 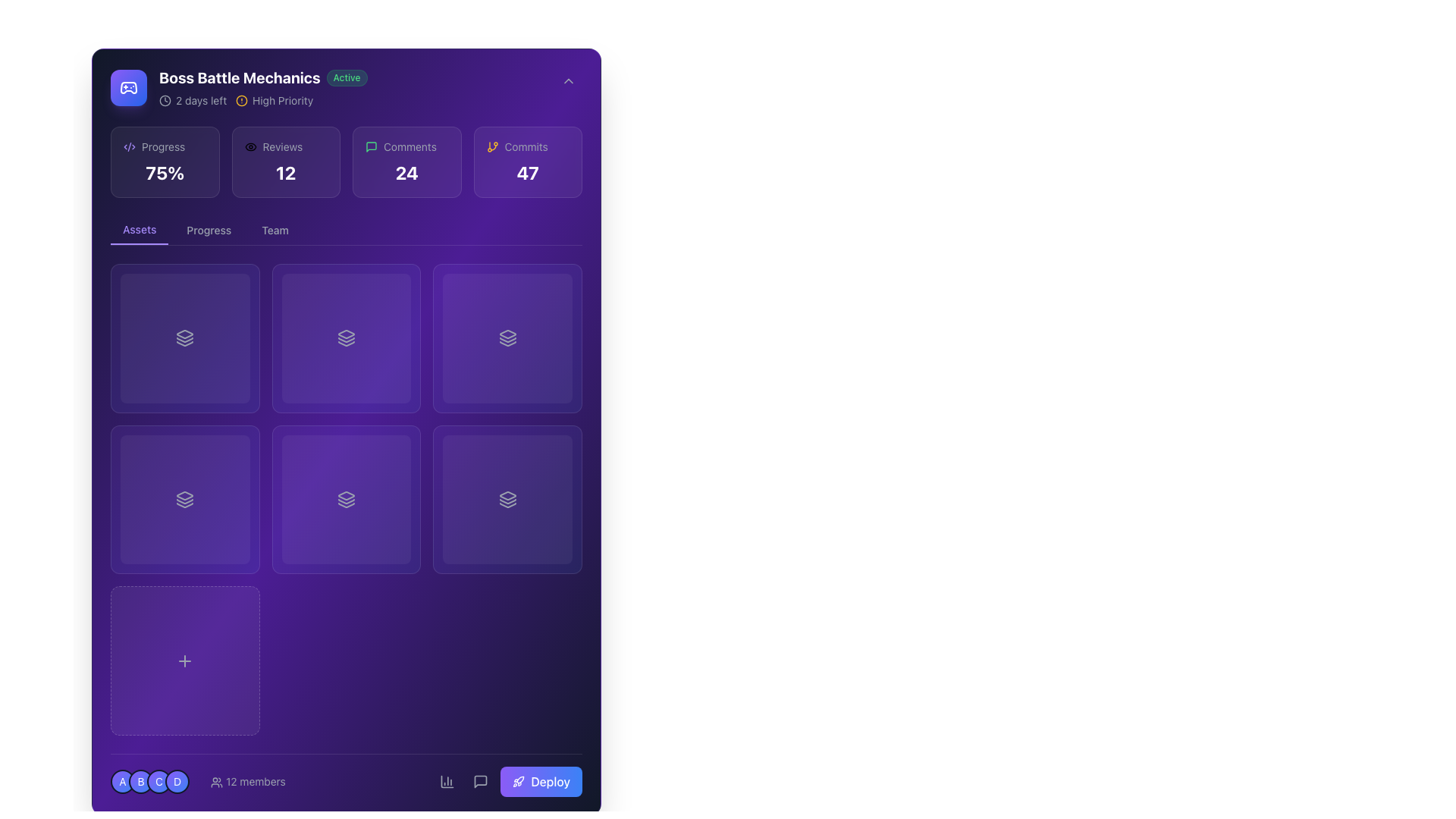 What do you see at coordinates (263, 100) in the screenshot?
I see `the informational display showing '2 days left' and 'High Priority' which includes a clock icon and a circular alert icon, located under the main project title 'Boss Battle Mechanics'` at bounding box center [263, 100].